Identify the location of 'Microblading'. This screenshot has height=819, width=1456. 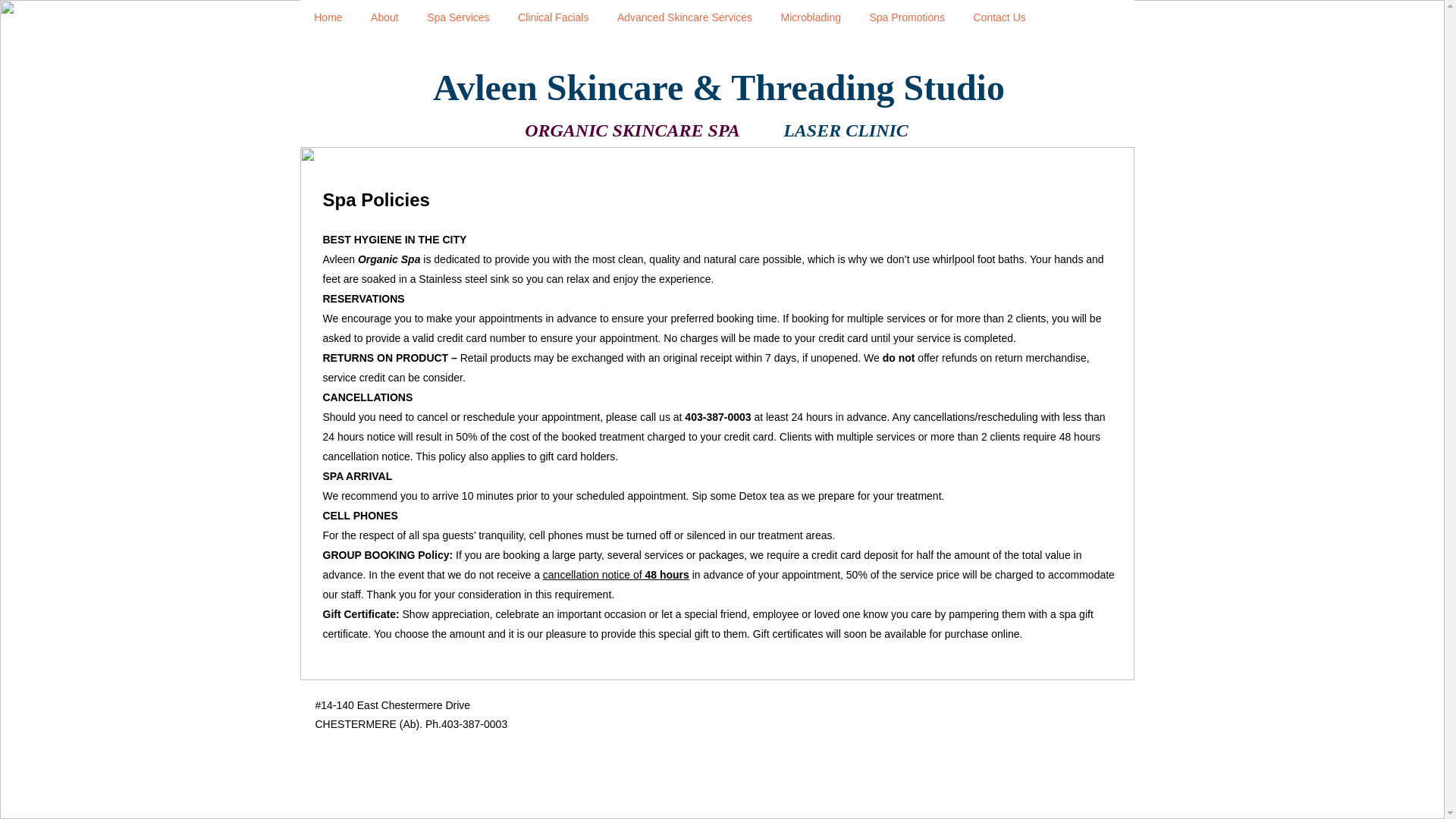
(810, 17).